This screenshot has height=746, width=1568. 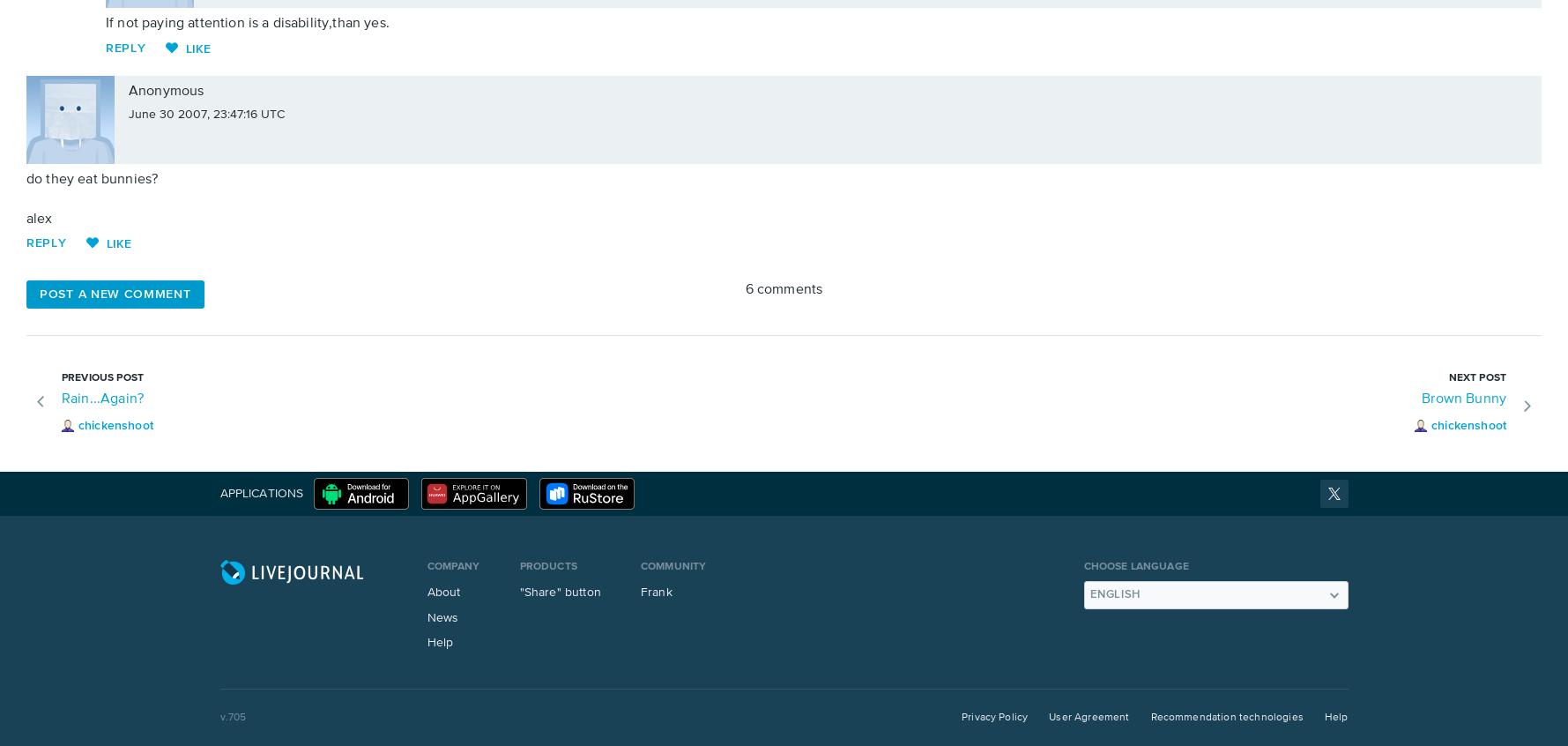 What do you see at coordinates (101, 376) in the screenshot?
I see `'Previous post'` at bounding box center [101, 376].